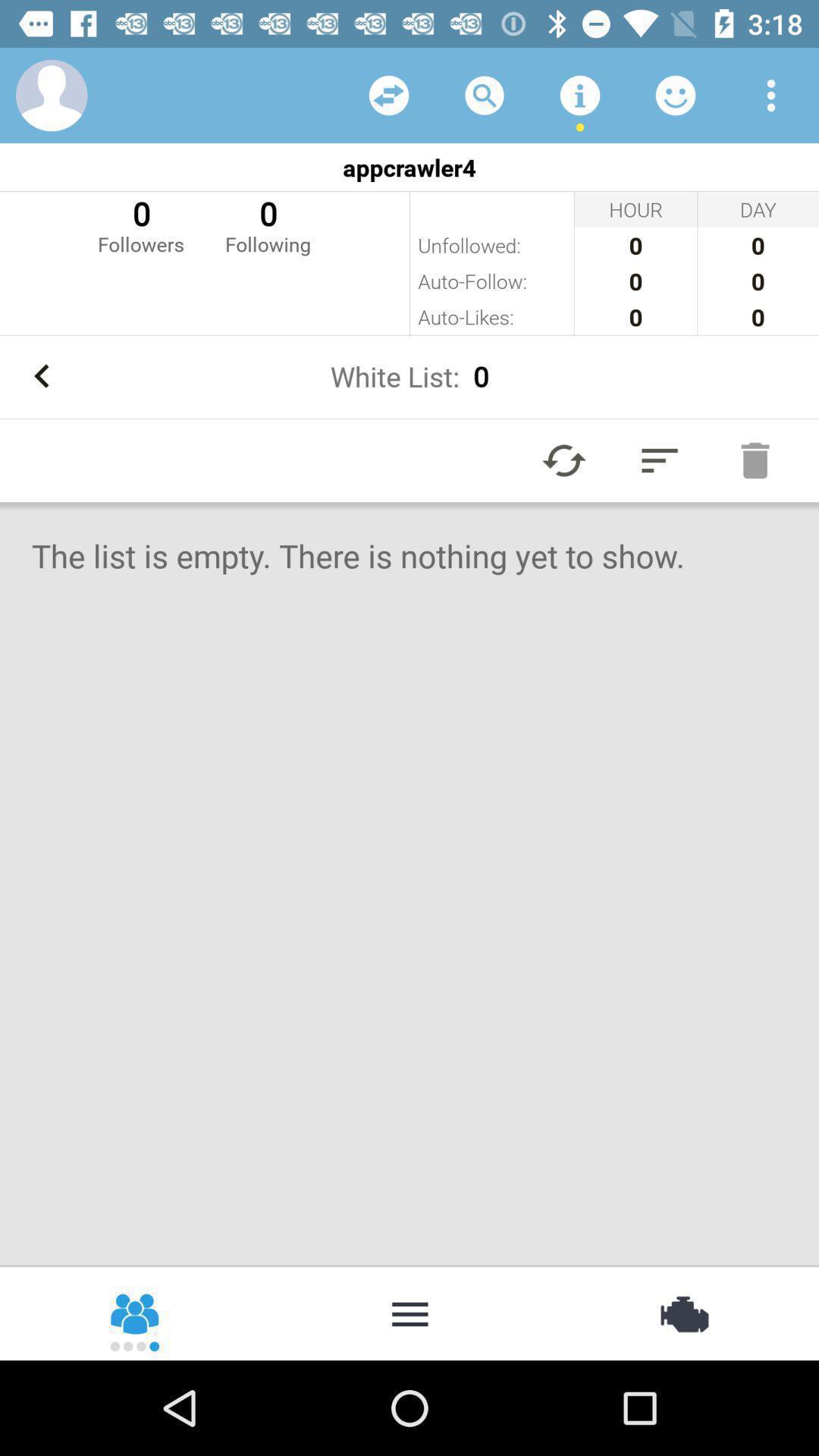 The image size is (819, 1456). What do you see at coordinates (41, 376) in the screenshot?
I see `the arrow_backward icon` at bounding box center [41, 376].